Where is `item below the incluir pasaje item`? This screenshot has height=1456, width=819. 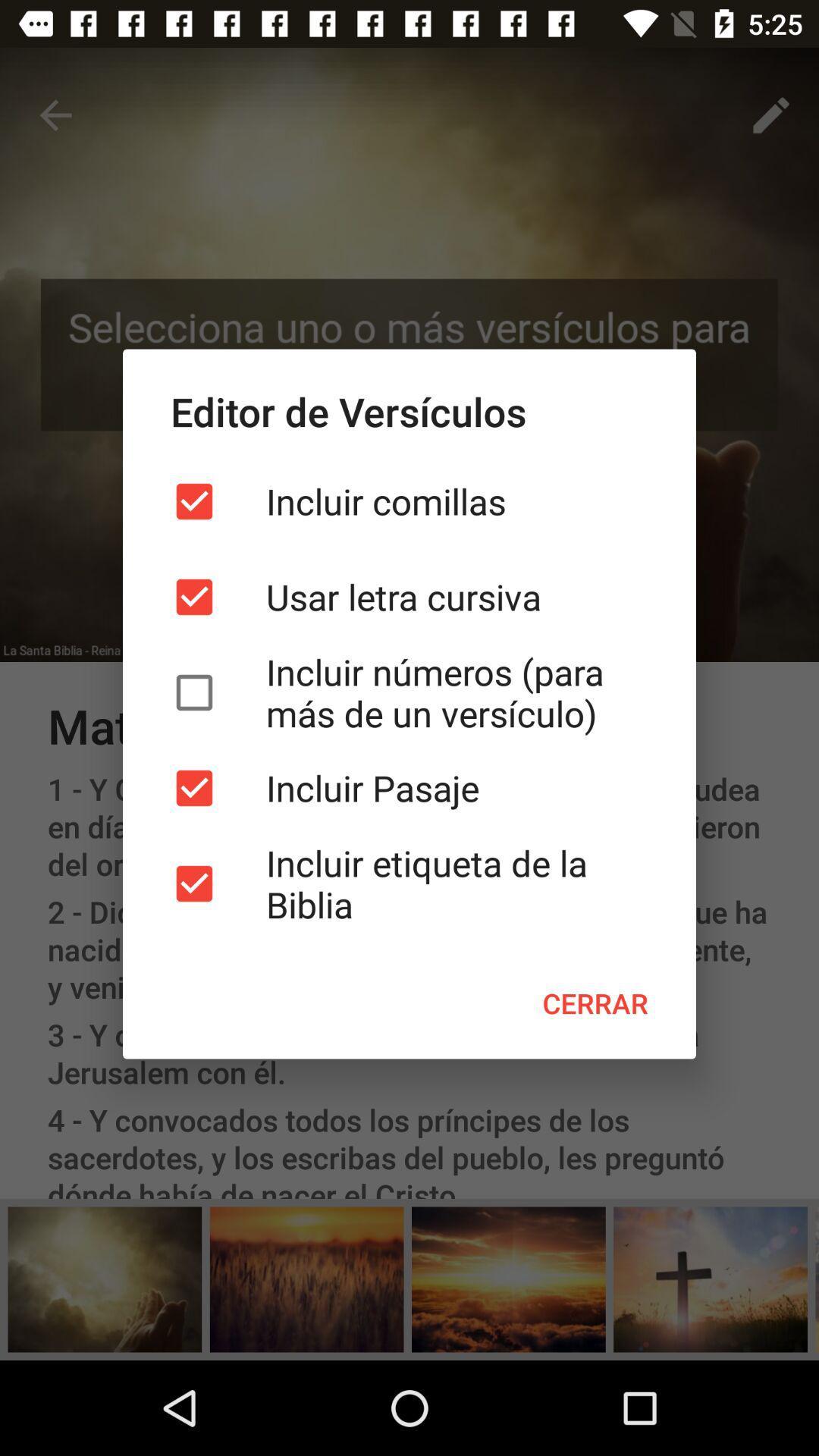
item below the incluir pasaje item is located at coordinates (409, 883).